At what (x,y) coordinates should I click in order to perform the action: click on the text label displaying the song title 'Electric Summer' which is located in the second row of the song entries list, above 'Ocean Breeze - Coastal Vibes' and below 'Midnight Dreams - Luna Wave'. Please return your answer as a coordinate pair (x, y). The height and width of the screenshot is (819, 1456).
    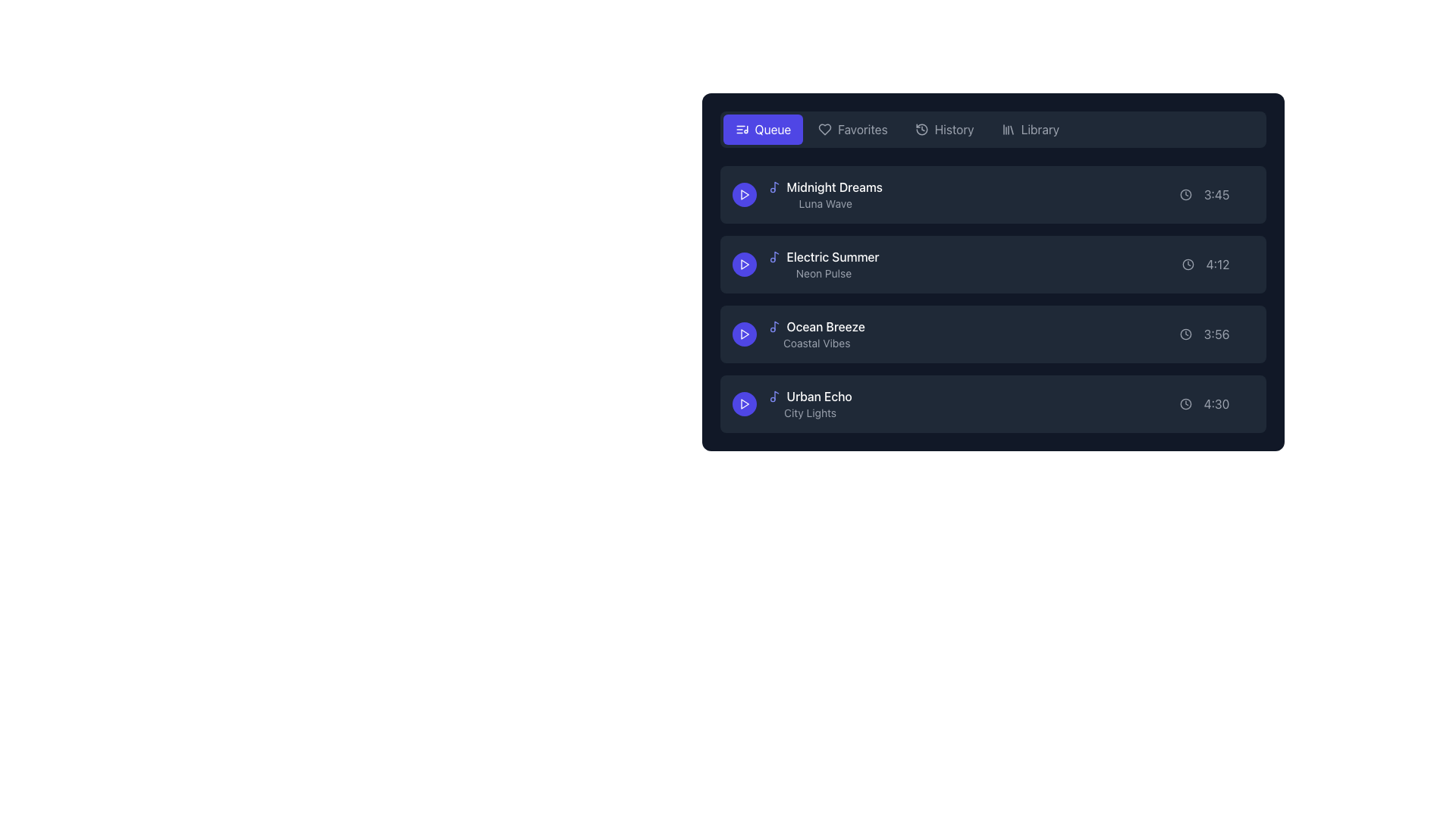
    Looking at the image, I should click on (805, 263).